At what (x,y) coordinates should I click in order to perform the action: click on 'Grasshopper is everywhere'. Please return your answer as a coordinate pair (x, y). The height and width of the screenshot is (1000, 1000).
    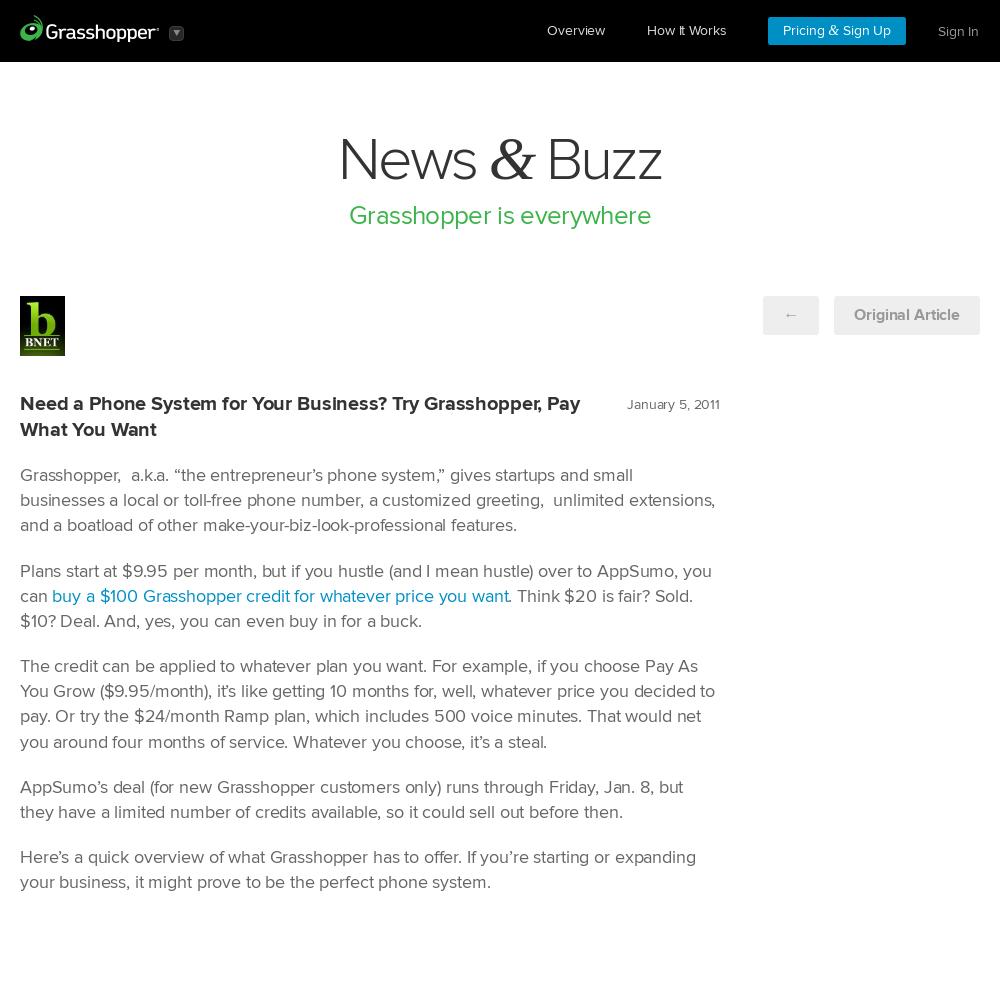
    Looking at the image, I should click on (498, 215).